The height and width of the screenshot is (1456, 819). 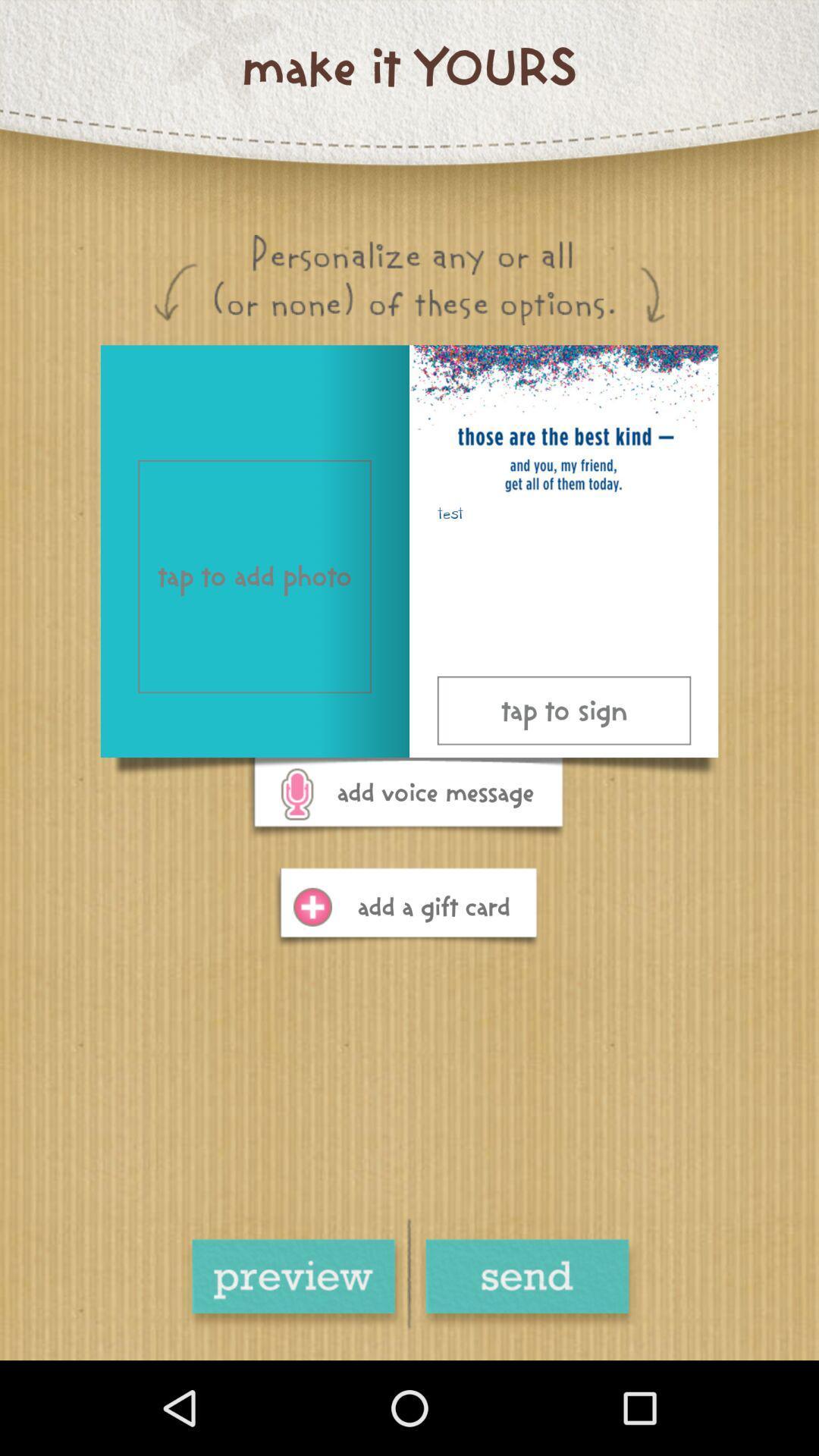 What do you see at coordinates (526, 1283) in the screenshot?
I see `the fullscreen icon` at bounding box center [526, 1283].